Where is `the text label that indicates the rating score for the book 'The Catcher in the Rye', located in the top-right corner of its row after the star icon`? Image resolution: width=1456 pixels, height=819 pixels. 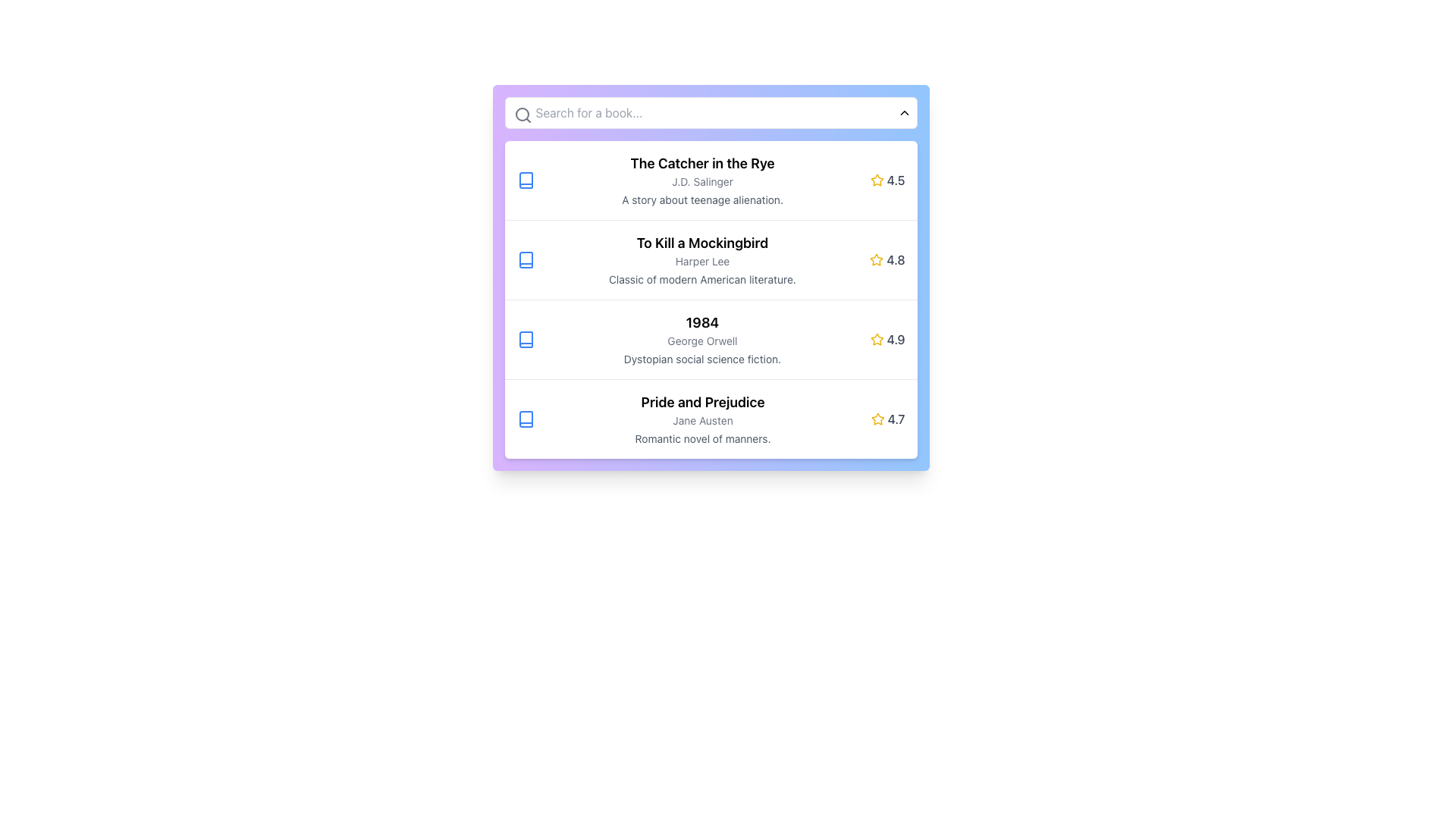 the text label that indicates the rating score for the book 'The Catcher in the Rye', located in the top-right corner of its row after the star icon is located at coordinates (896, 180).